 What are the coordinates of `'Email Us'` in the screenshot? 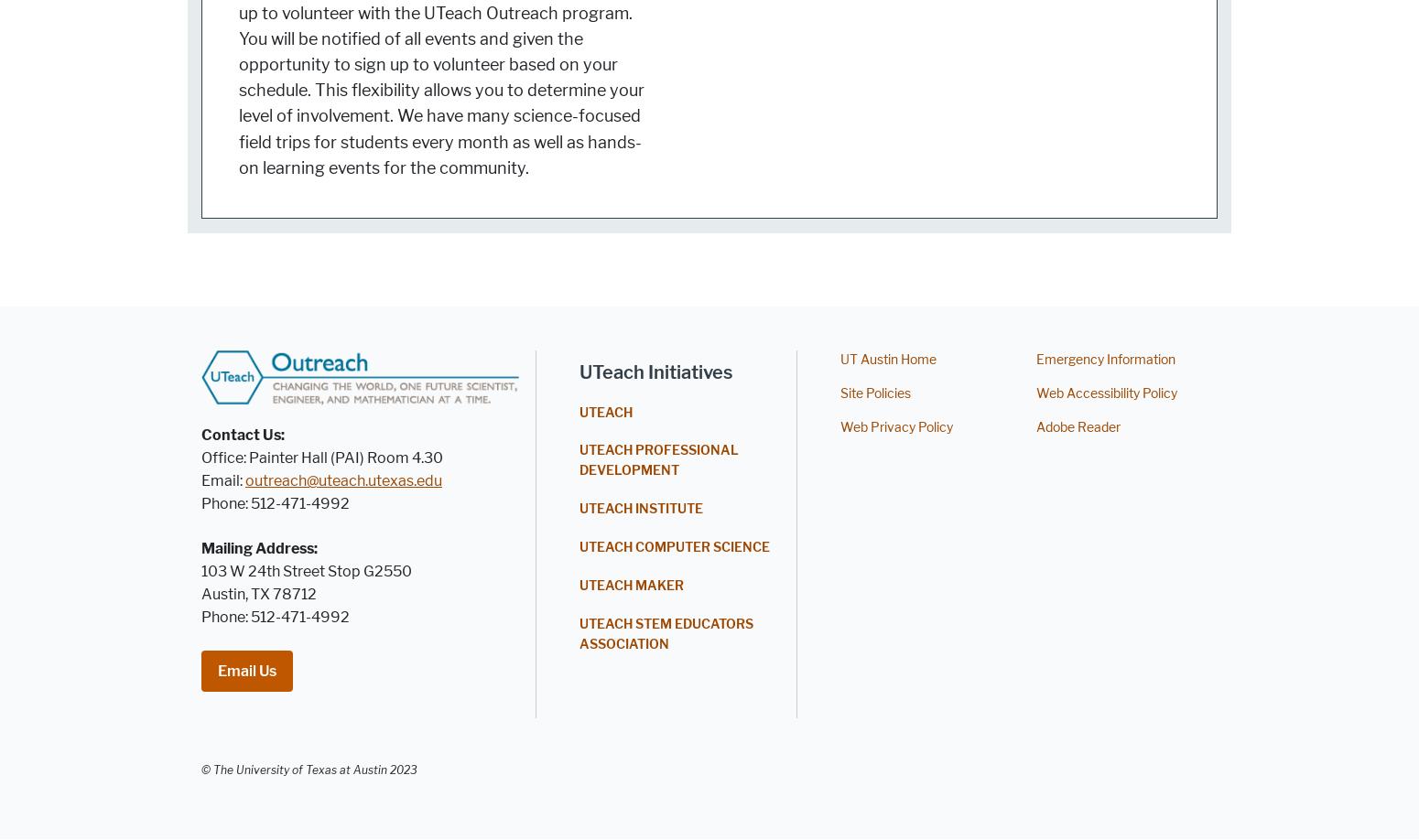 It's located at (217, 669).